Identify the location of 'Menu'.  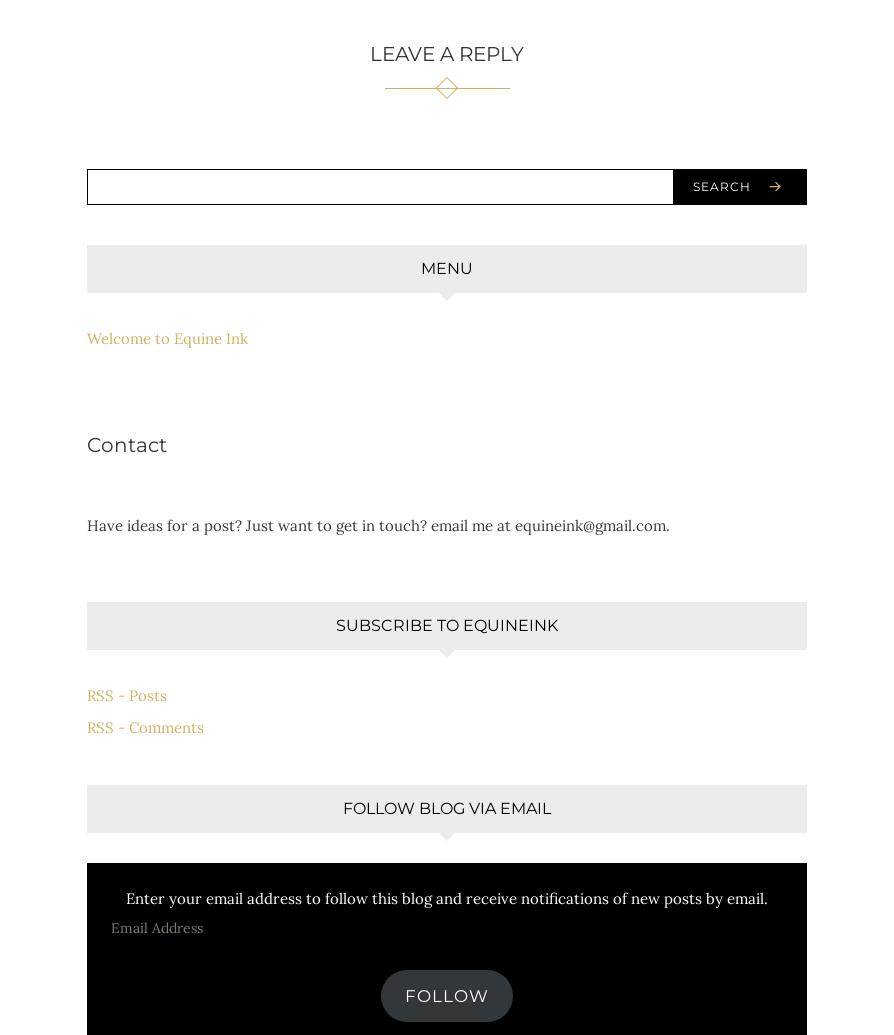
(447, 267).